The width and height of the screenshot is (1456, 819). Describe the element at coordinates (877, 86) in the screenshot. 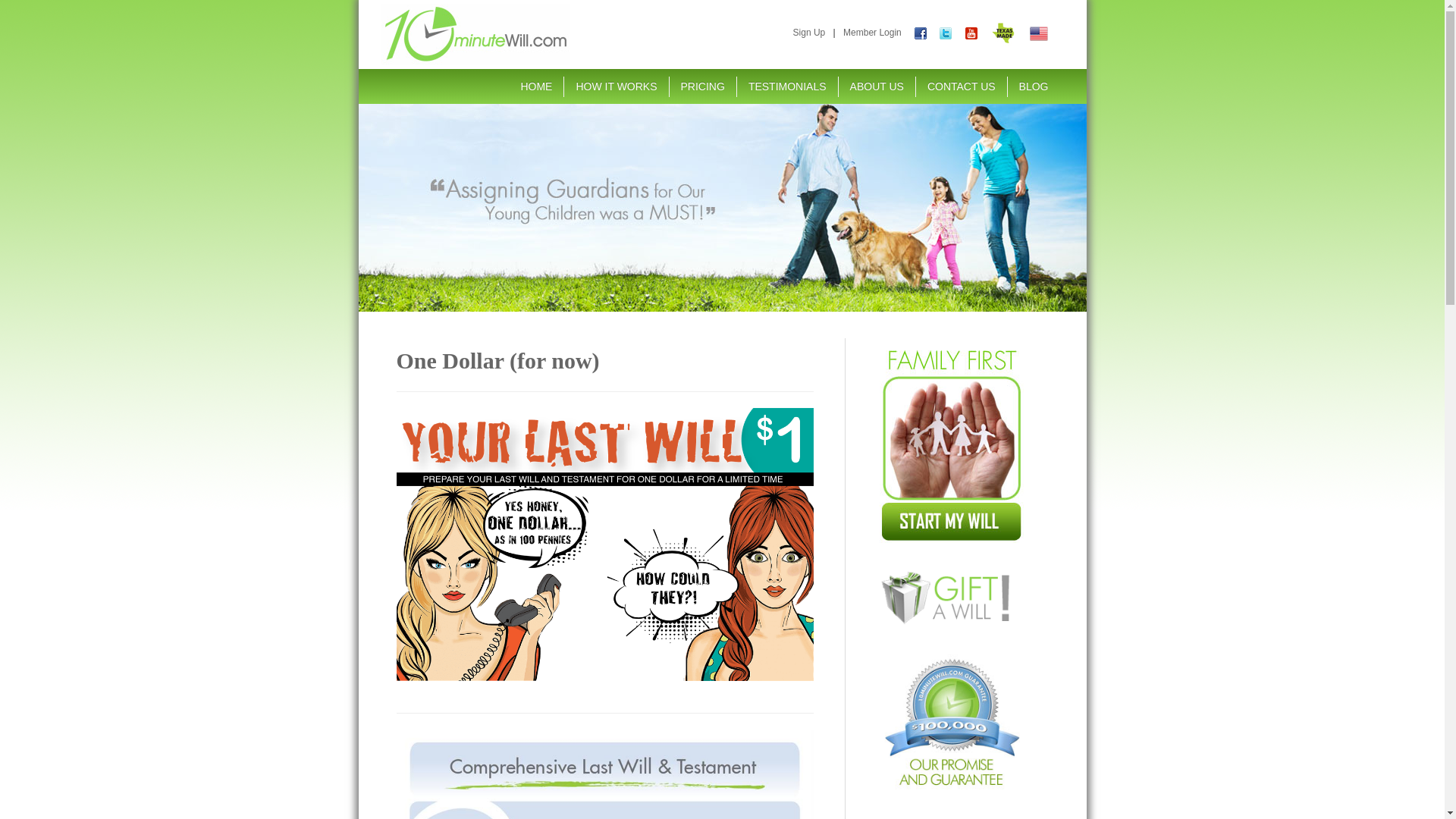

I see `'ABOUT US'` at that location.